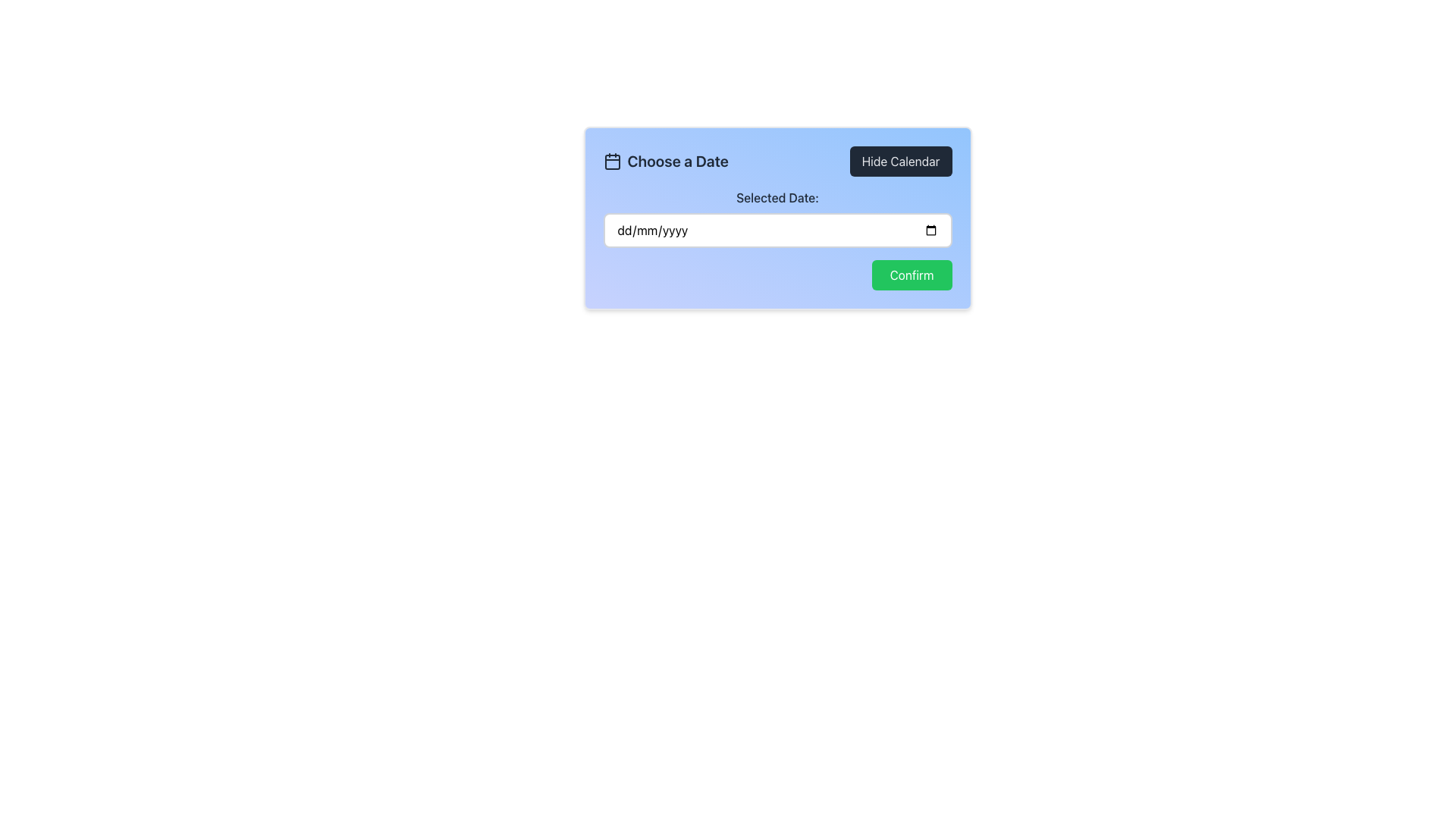 The image size is (1456, 819). Describe the element at coordinates (911, 275) in the screenshot. I see `the 'Confirm' button located at the bottom-right corner of the modal interface to confirm the action` at that location.